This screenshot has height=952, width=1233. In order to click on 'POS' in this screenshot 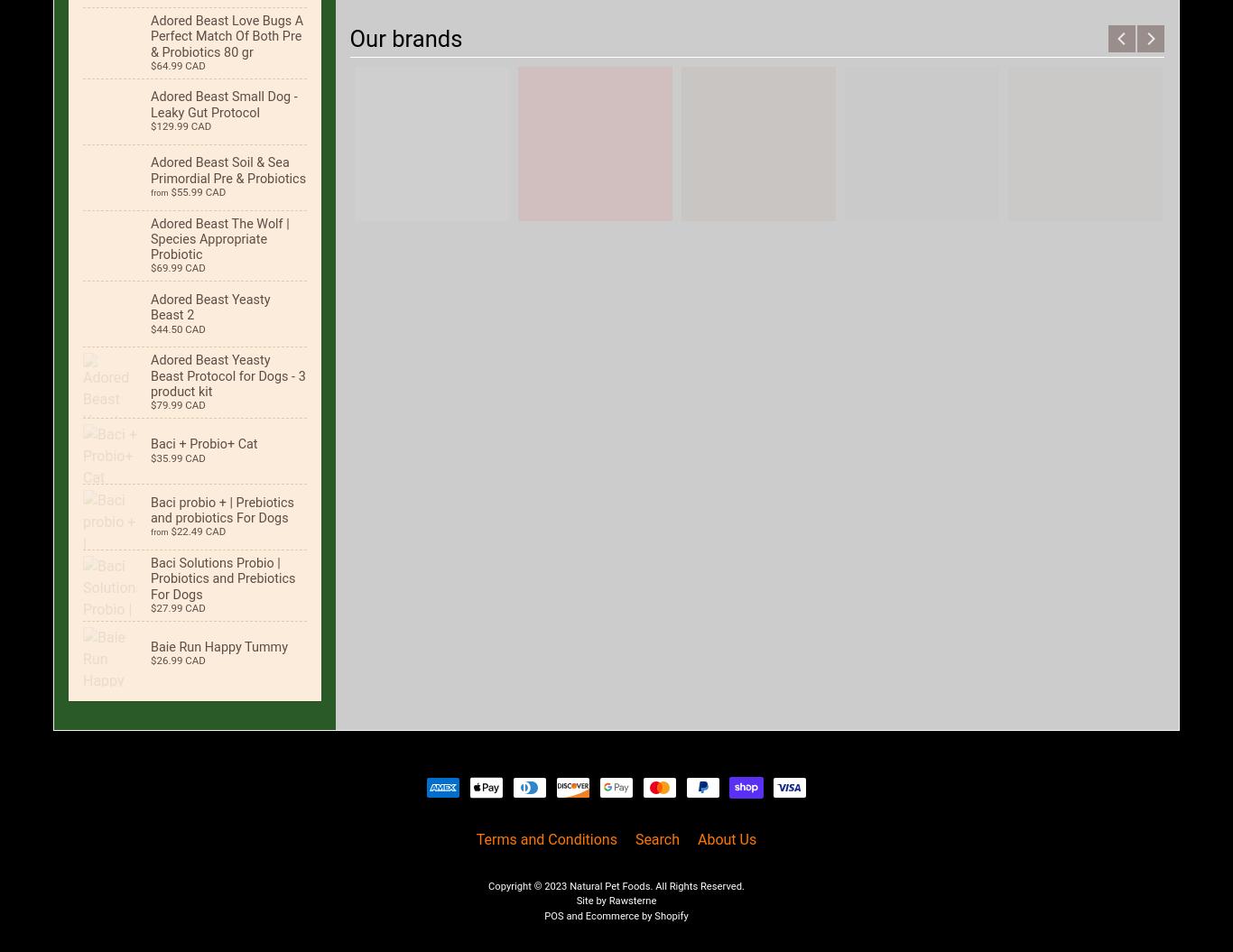, I will do `click(552, 915)`.